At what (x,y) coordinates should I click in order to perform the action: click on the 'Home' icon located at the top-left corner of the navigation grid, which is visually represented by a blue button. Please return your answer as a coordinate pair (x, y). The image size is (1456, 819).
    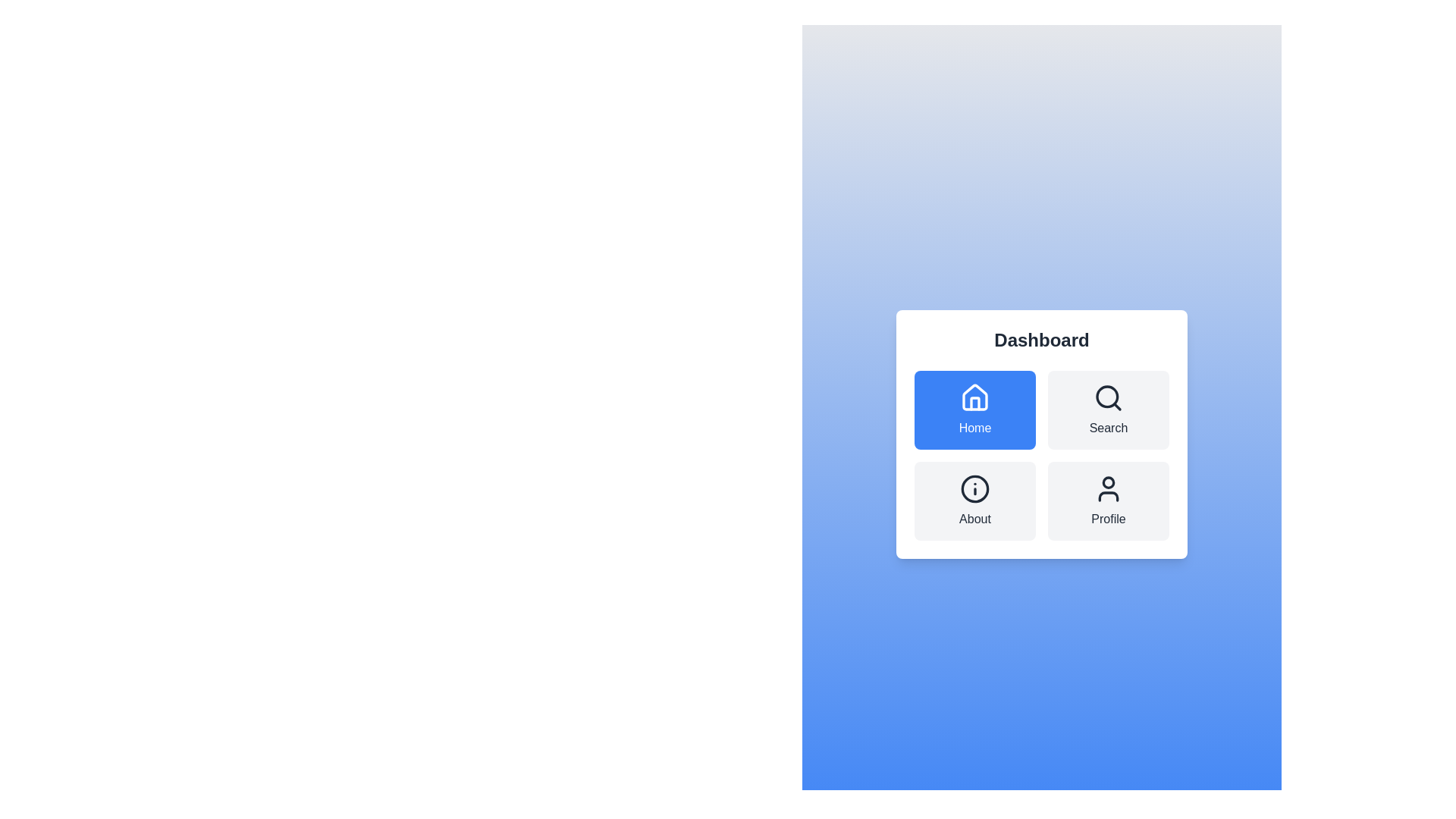
    Looking at the image, I should click on (975, 397).